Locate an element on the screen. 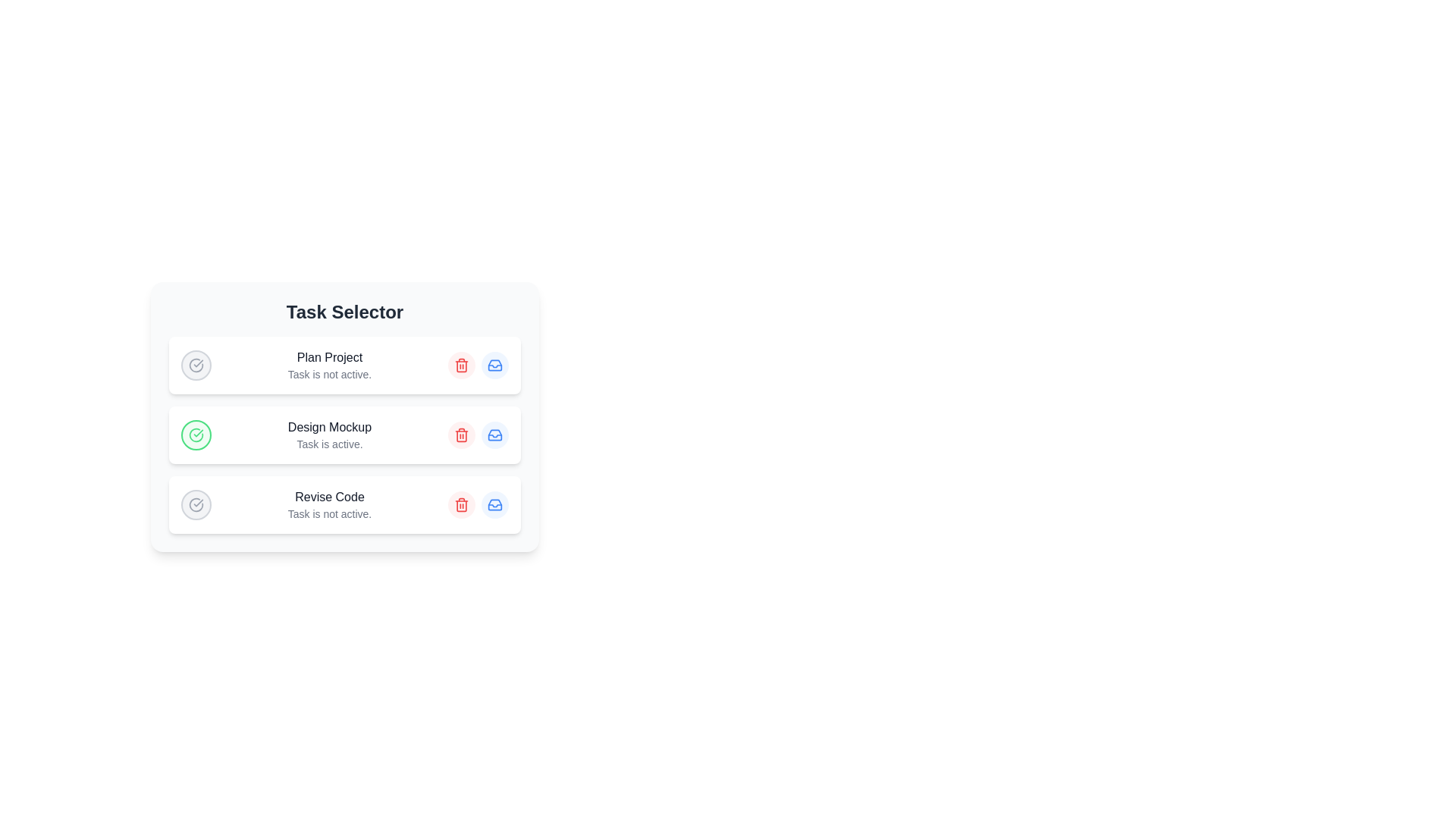  the status message text label indicating that the associated task is not currently active, which is located in the third row of the 'Task Selector' interface beneath the 'Revise Code' title is located at coordinates (329, 513).